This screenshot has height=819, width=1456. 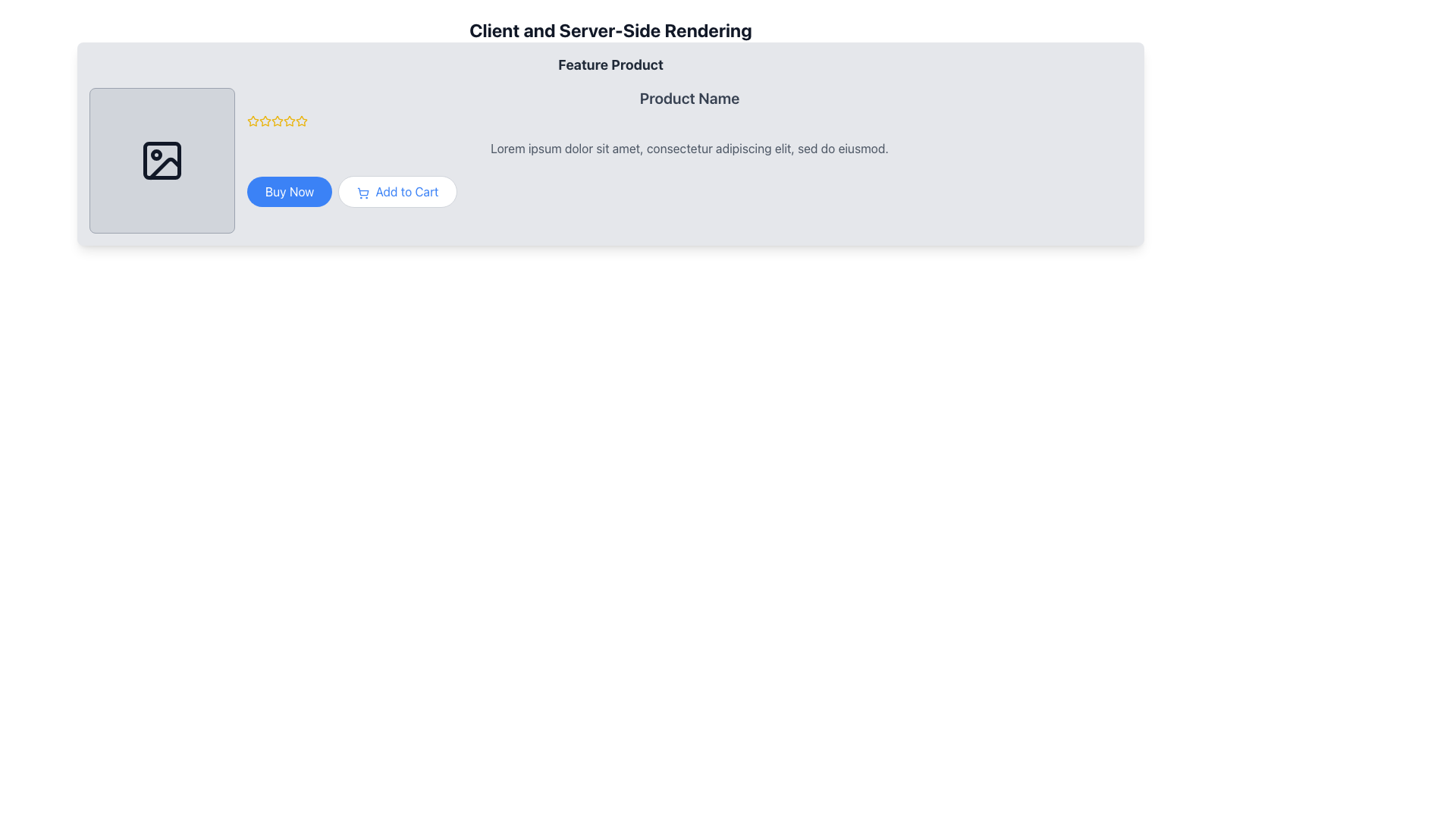 What do you see at coordinates (156, 155) in the screenshot?
I see `the Circular SVG element located near the top-right corner of the SVG icon that represents a framed image in the left section of a card-like layout` at bounding box center [156, 155].